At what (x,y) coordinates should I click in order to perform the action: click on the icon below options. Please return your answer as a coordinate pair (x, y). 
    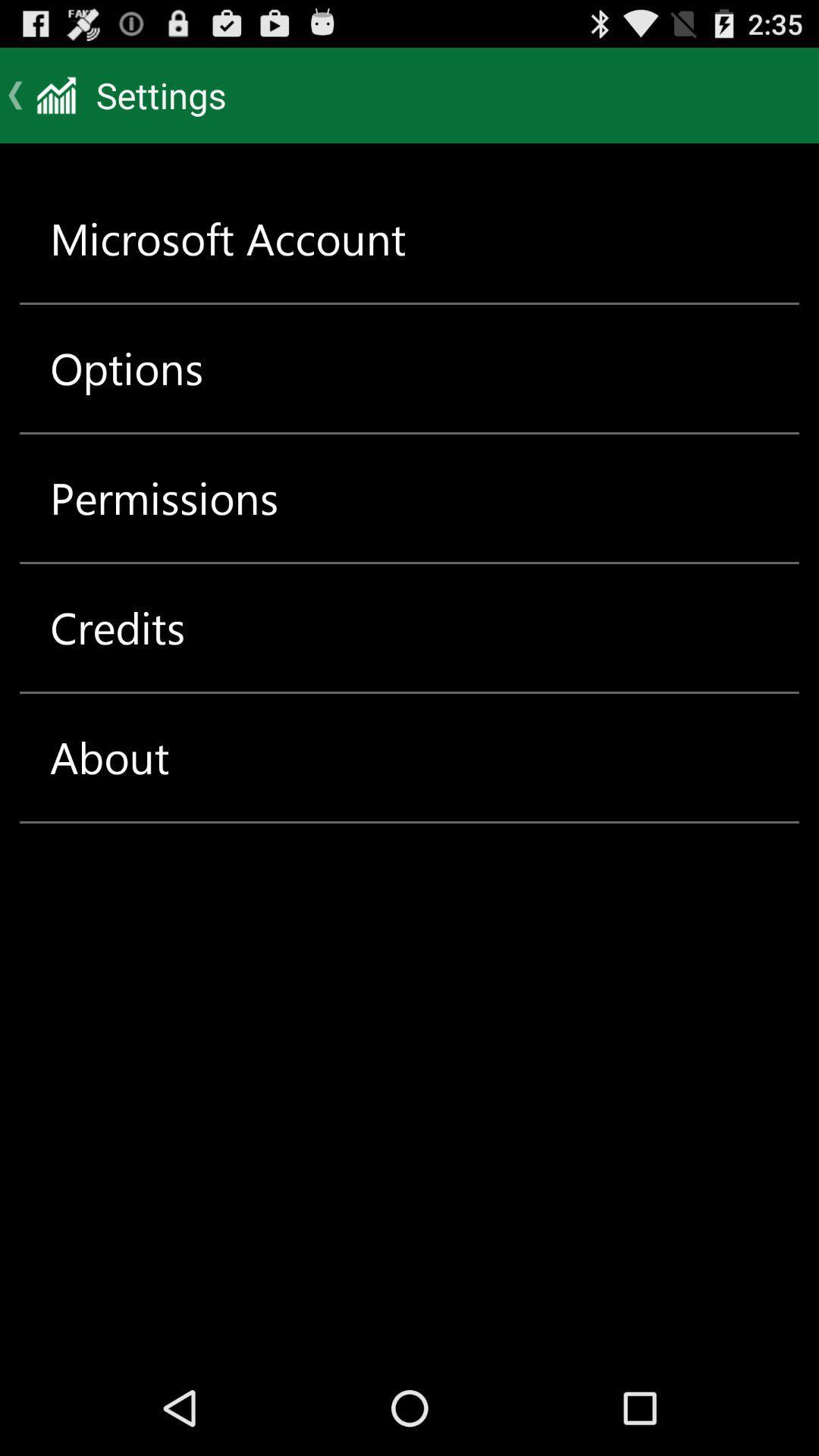
    Looking at the image, I should click on (164, 498).